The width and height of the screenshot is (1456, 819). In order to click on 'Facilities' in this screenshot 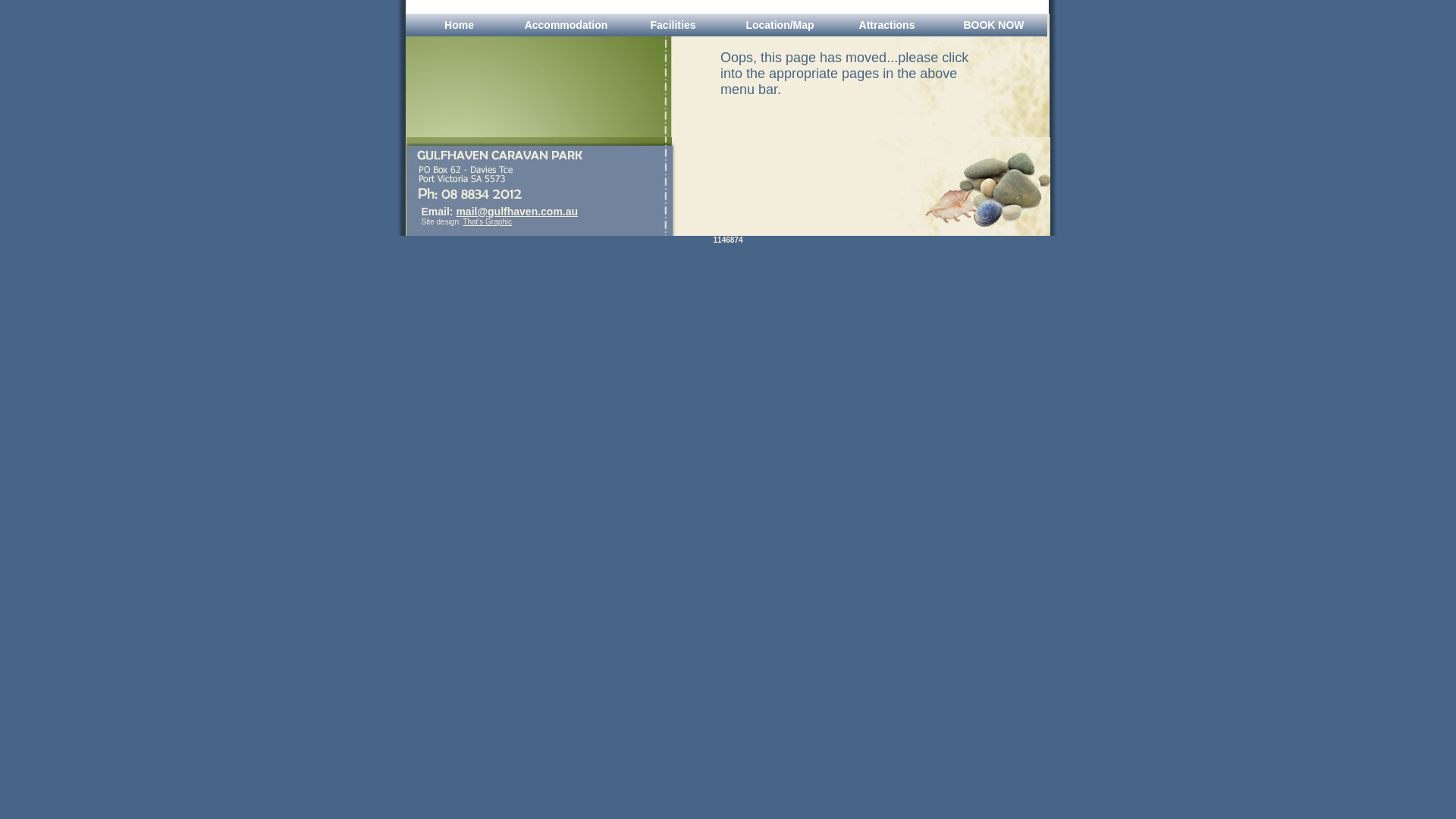, I will do `click(672, 25)`.